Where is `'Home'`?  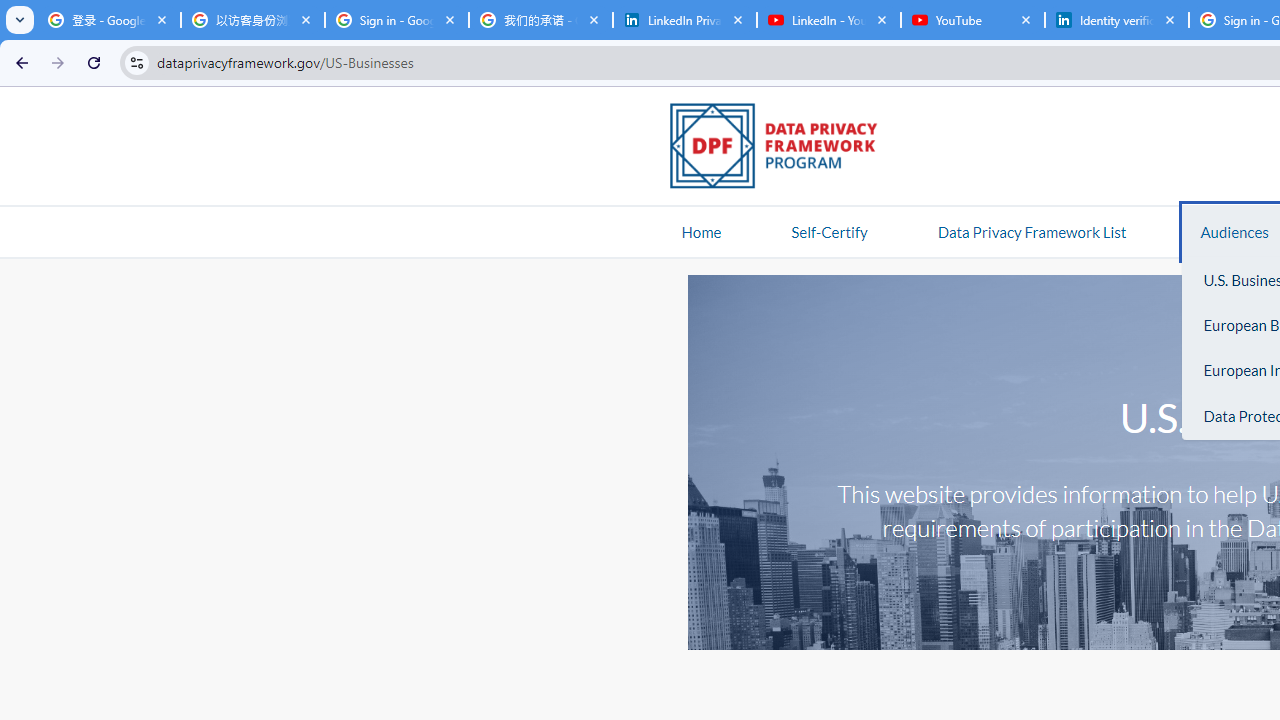 'Home' is located at coordinates (701, 230).